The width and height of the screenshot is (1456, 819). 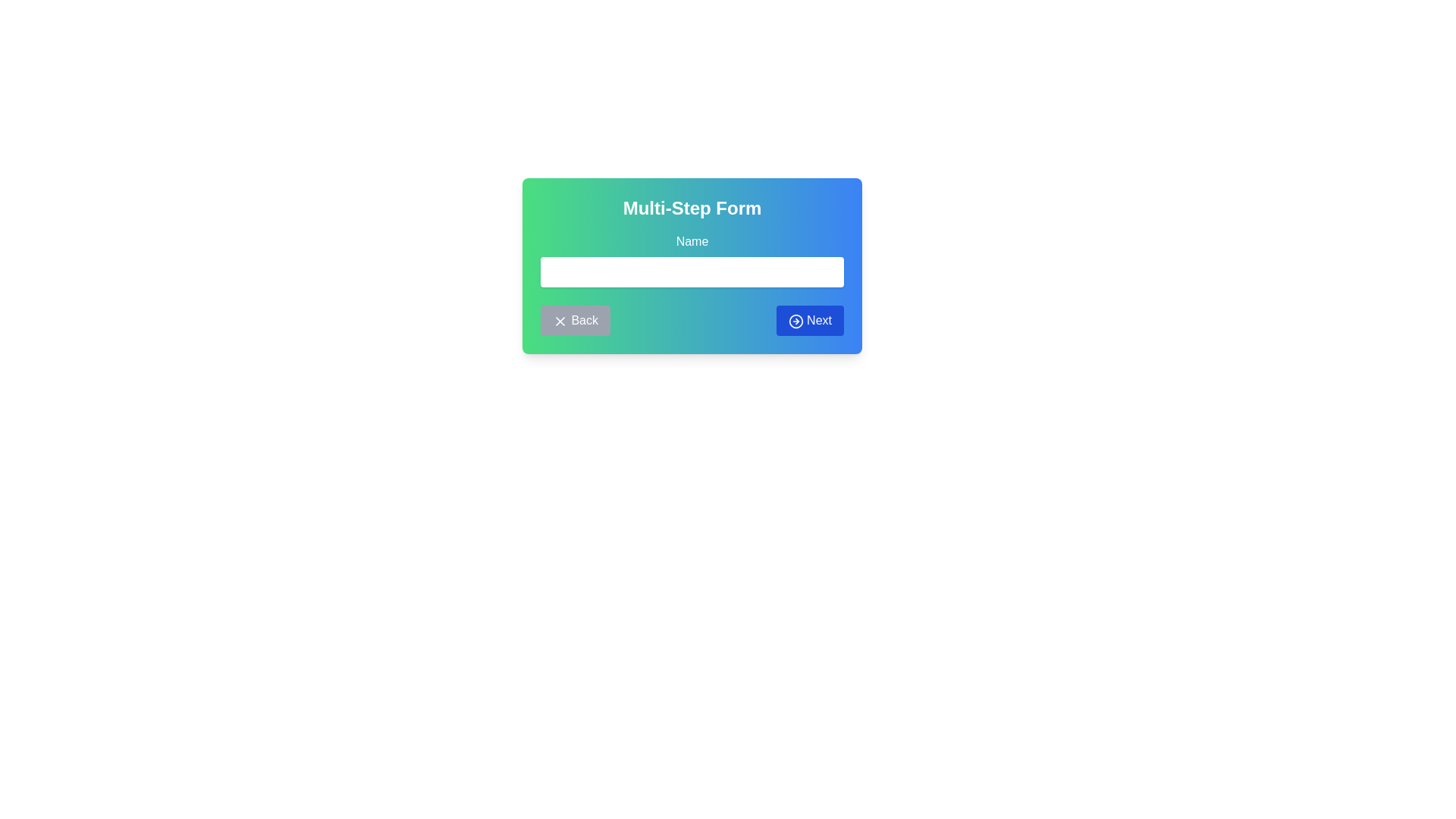 I want to click on the blue 'Next' button with white text and an icon resembling a rightward arrow to proceed to the next step, so click(x=809, y=320).